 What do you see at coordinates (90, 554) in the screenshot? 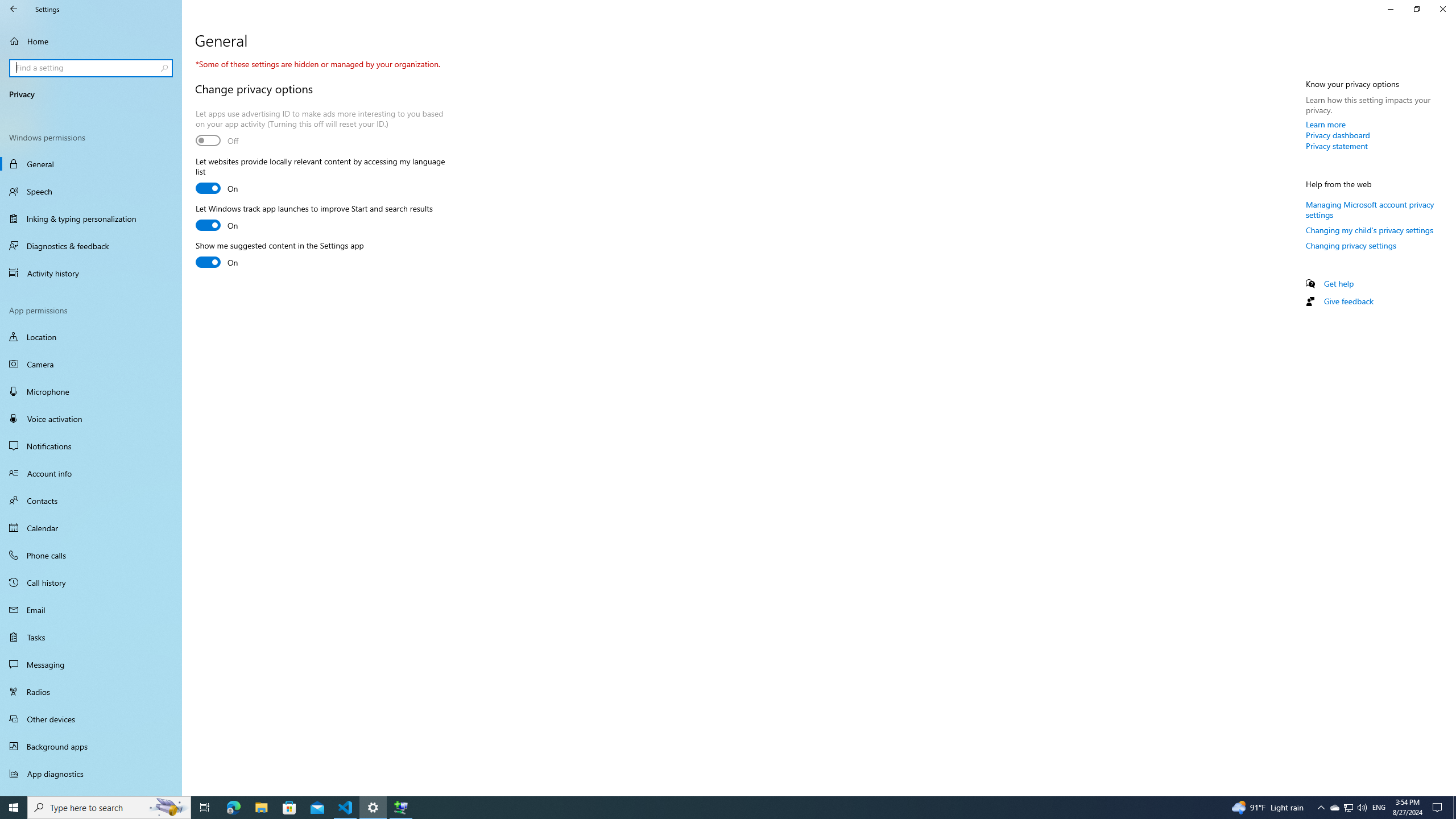
I see `'Phone calls'` at bounding box center [90, 554].